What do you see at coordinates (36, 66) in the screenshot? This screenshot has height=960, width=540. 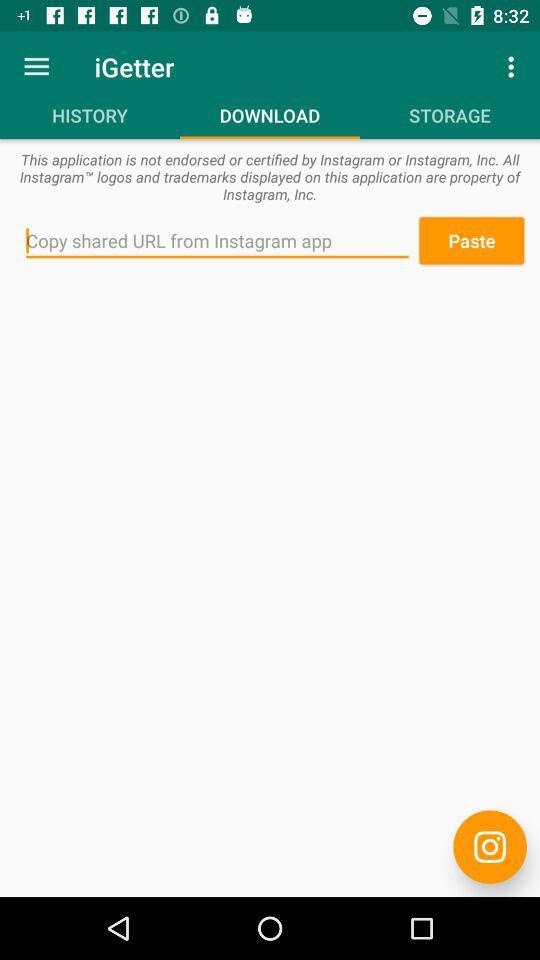 I see `the icon next to igetter icon` at bounding box center [36, 66].